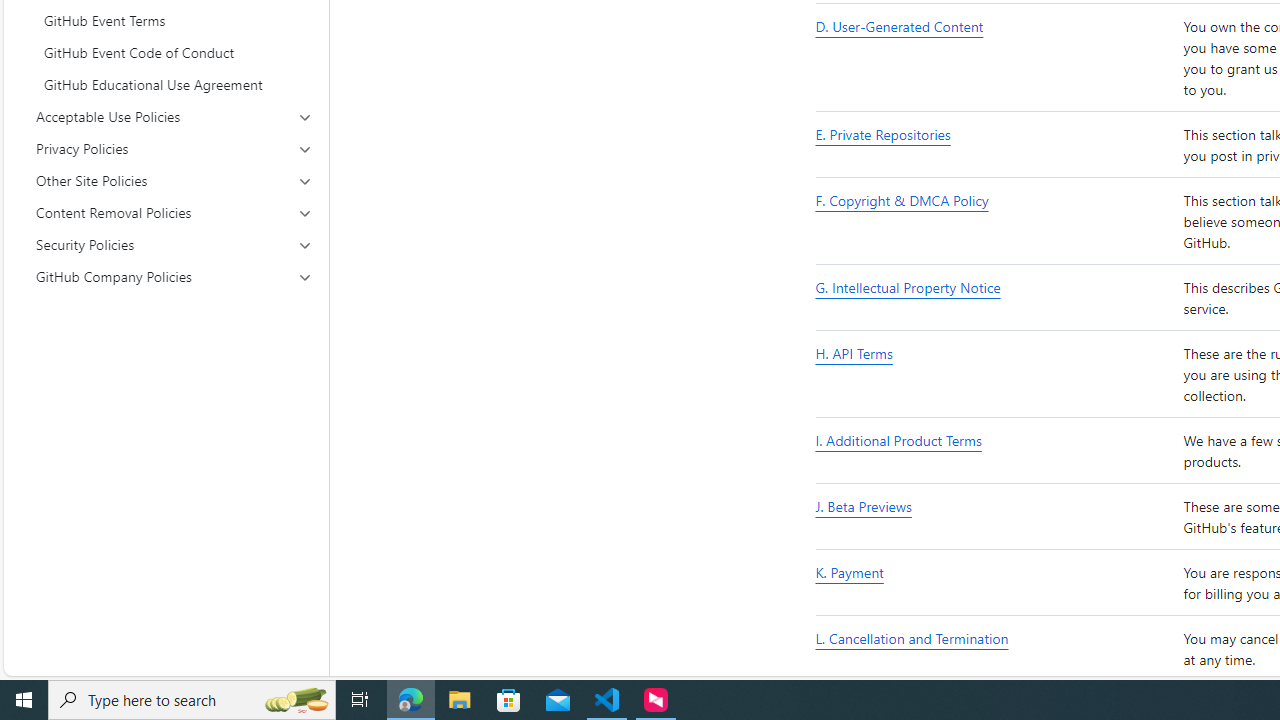 Image resolution: width=1280 pixels, height=720 pixels. What do you see at coordinates (174, 243) in the screenshot?
I see `'Security Policies'` at bounding box center [174, 243].